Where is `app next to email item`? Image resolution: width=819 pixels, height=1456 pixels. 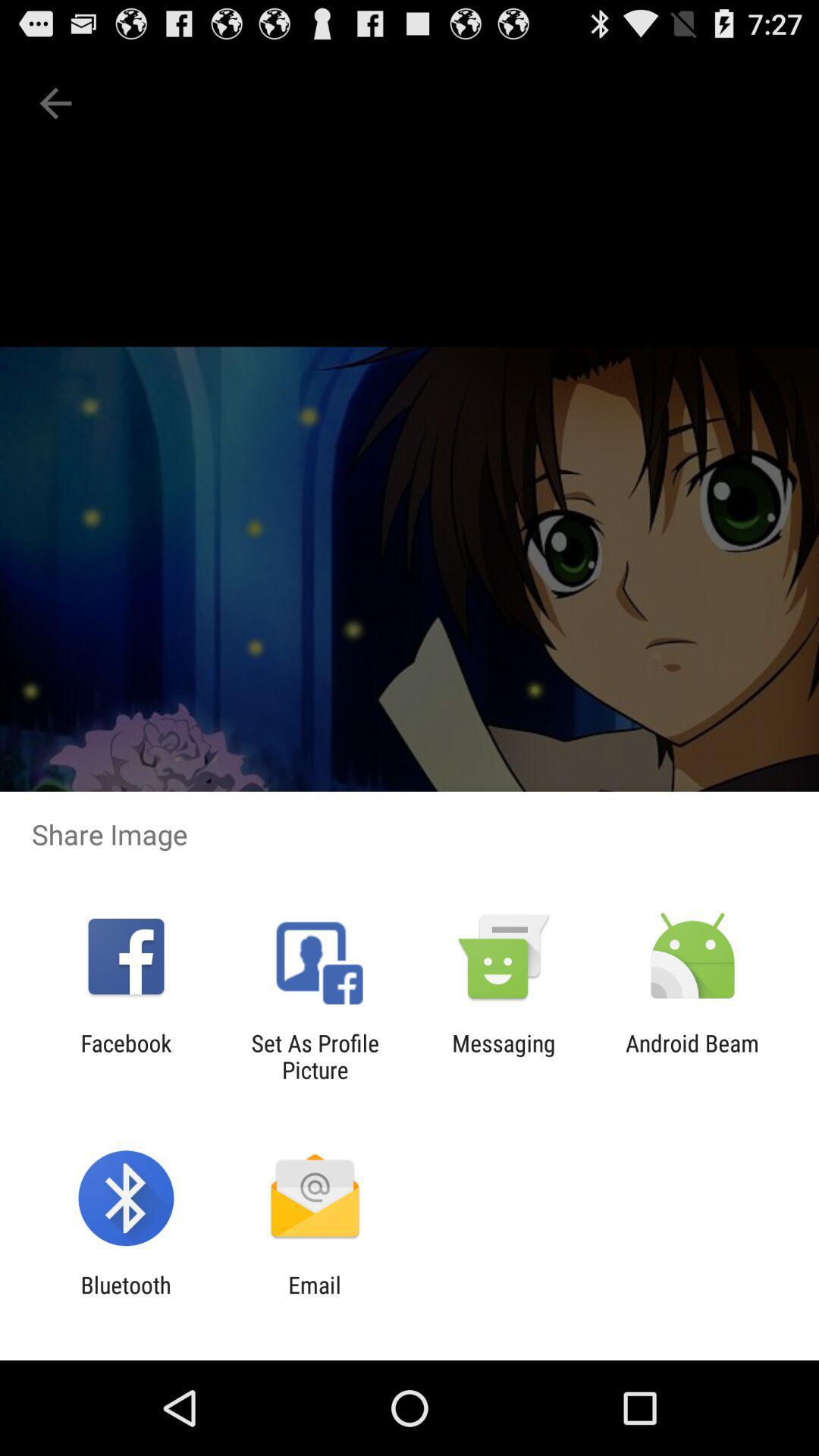
app next to email item is located at coordinates (125, 1298).